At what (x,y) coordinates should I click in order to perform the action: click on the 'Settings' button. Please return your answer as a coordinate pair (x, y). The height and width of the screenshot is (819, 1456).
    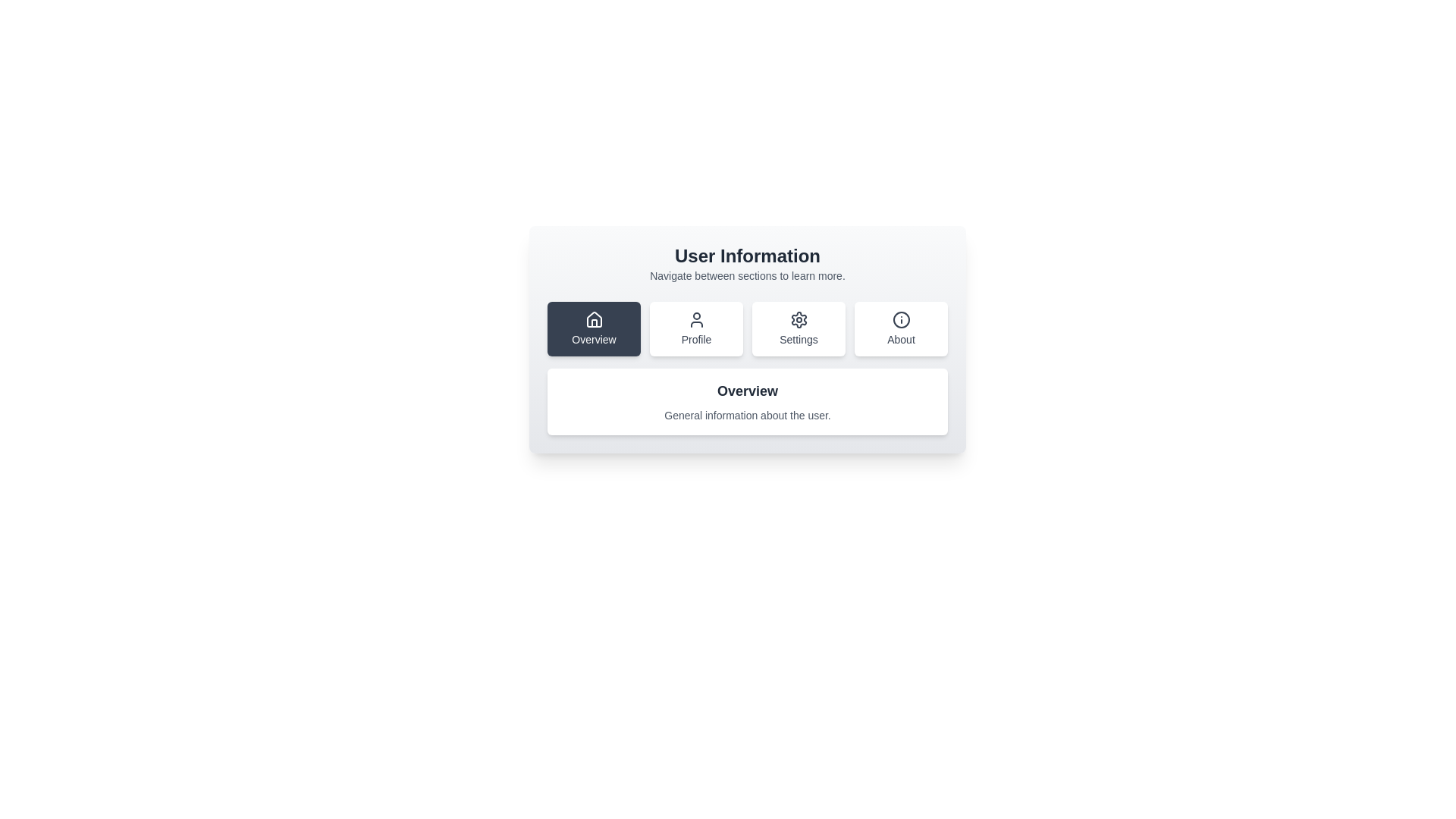
    Looking at the image, I should click on (798, 328).